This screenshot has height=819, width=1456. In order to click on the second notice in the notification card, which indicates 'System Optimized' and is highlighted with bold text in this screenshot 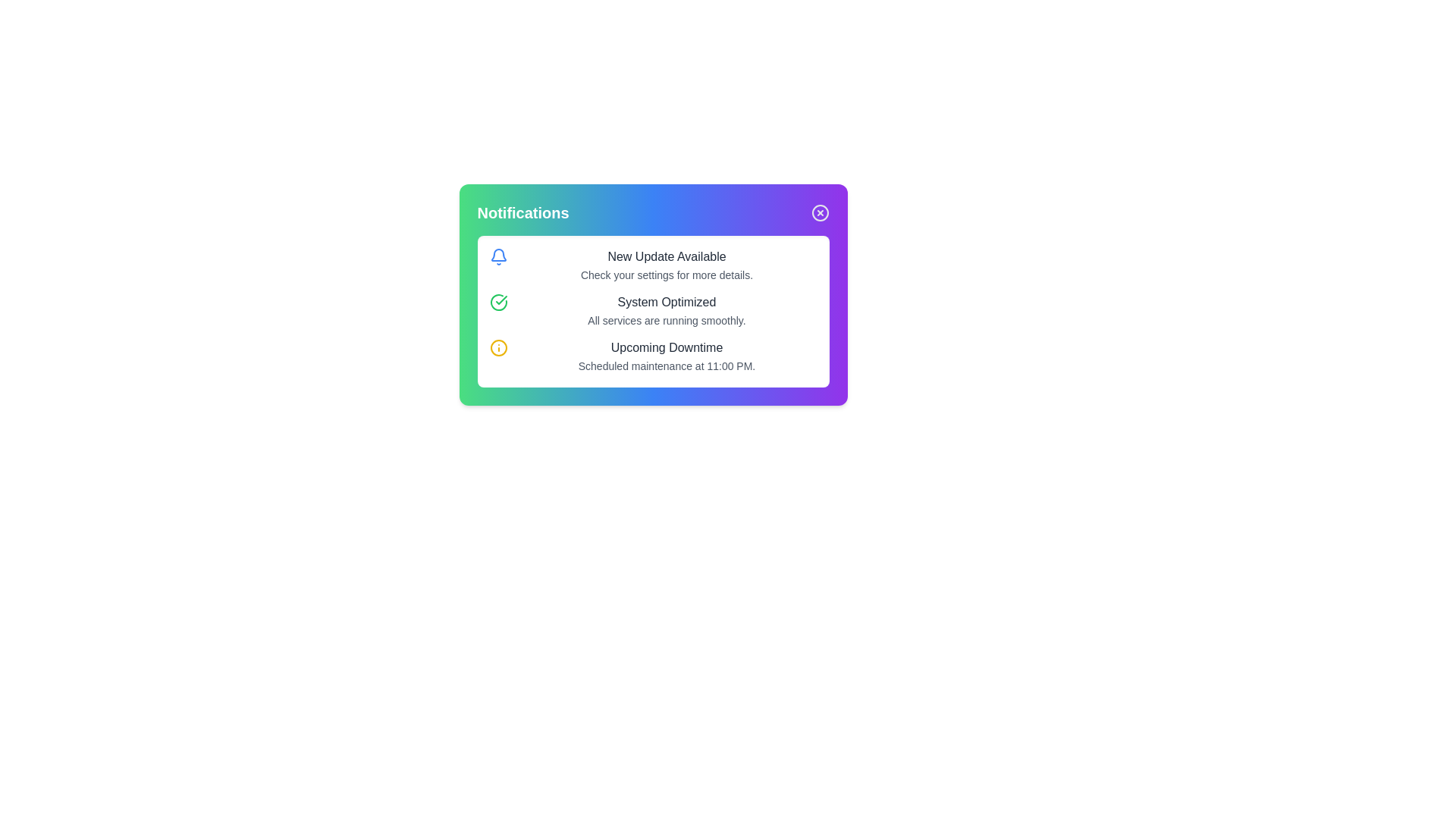, I will do `click(653, 311)`.